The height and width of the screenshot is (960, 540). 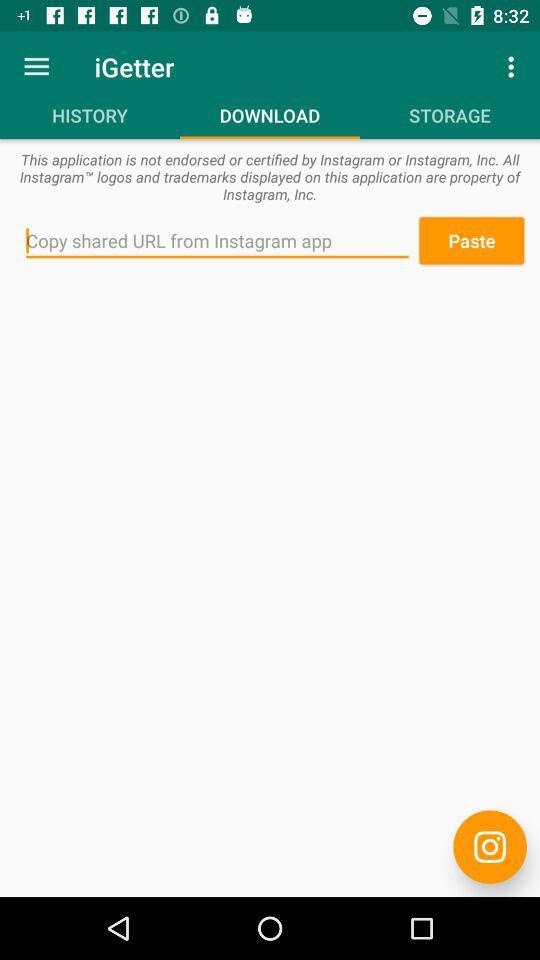 I want to click on share on social media, so click(x=489, y=846).